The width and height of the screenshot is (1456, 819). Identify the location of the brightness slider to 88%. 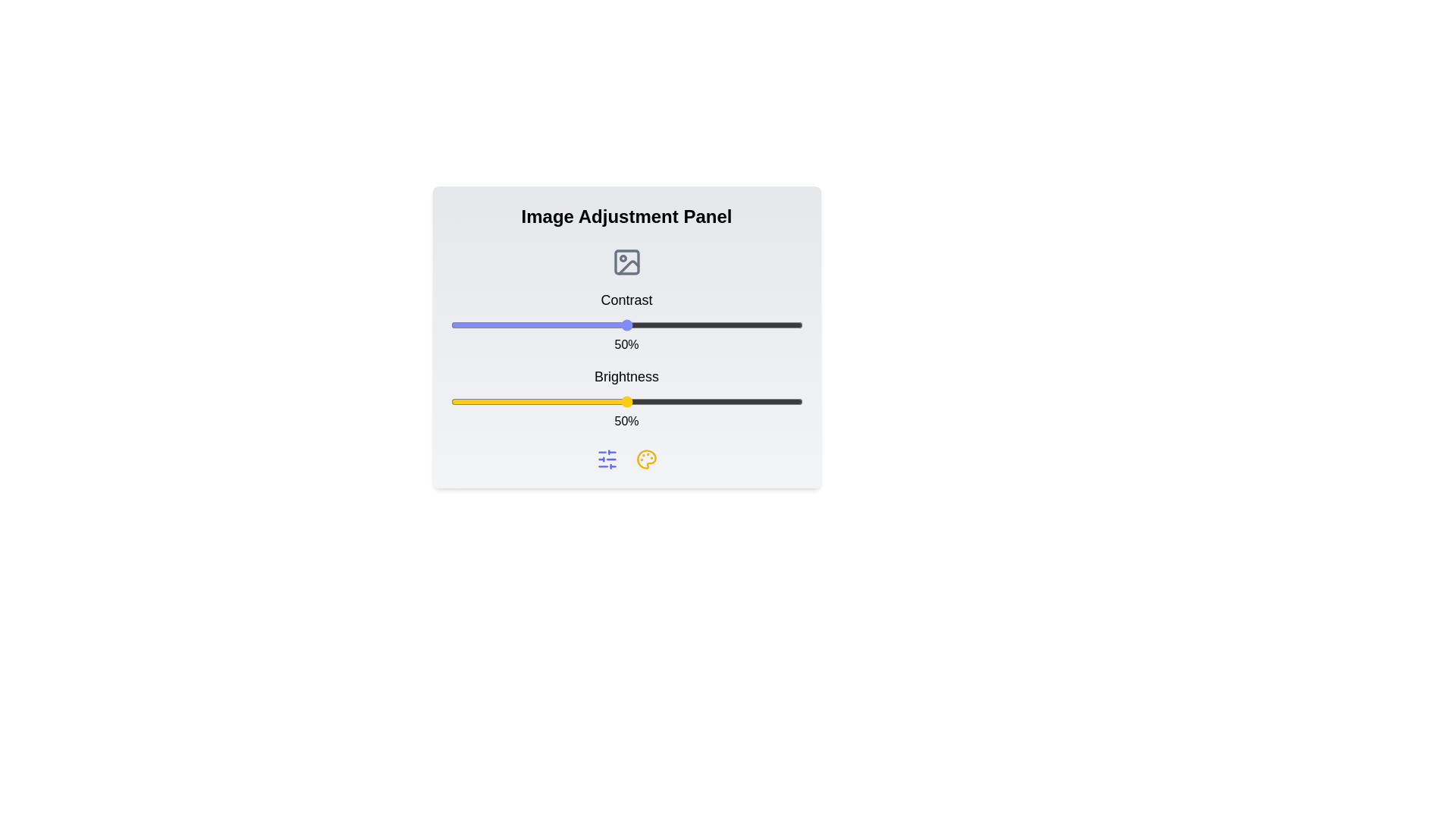
(760, 400).